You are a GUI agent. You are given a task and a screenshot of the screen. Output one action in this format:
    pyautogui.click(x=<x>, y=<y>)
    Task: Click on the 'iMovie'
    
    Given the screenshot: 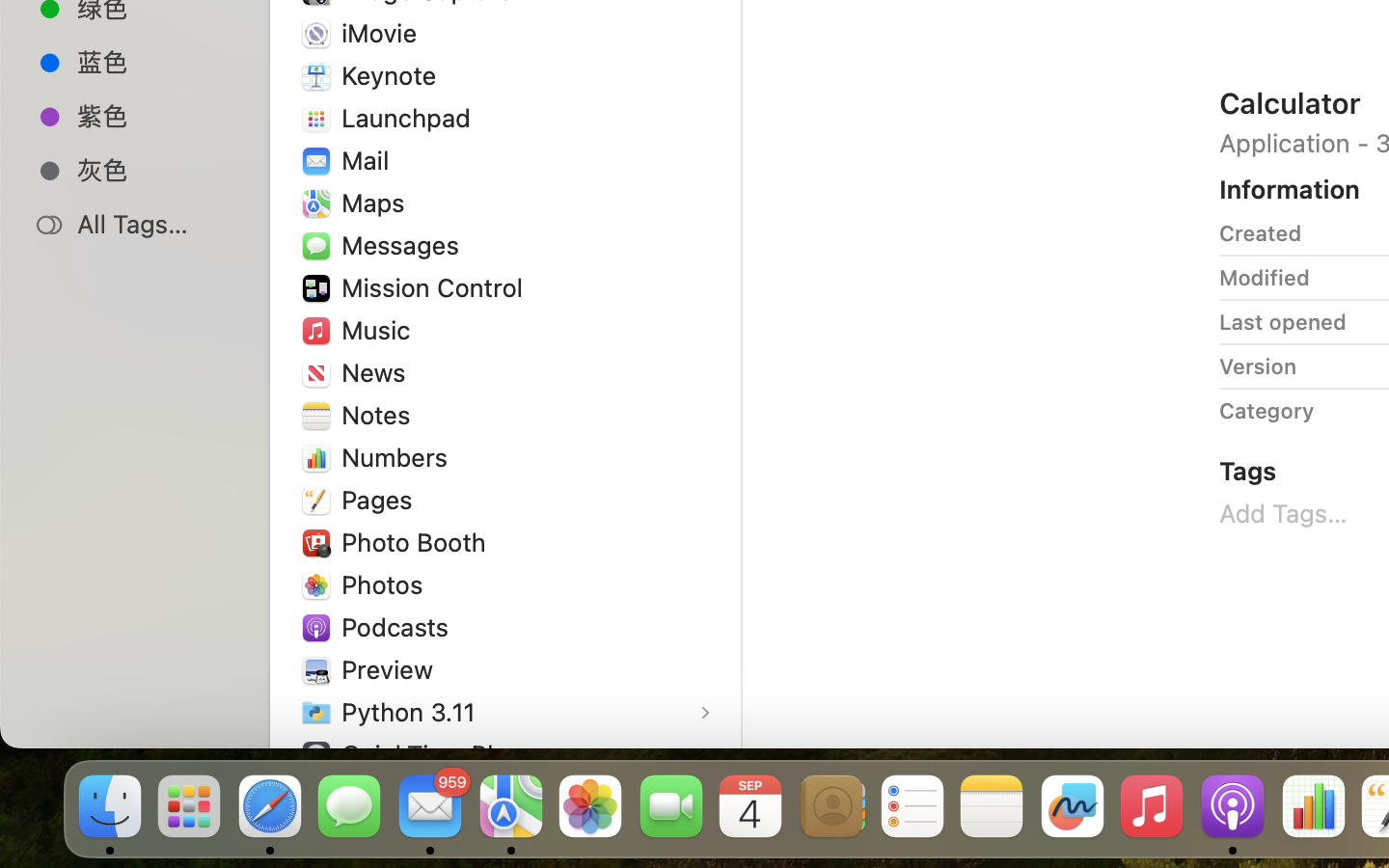 What is the action you would take?
    pyautogui.click(x=383, y=32)
    